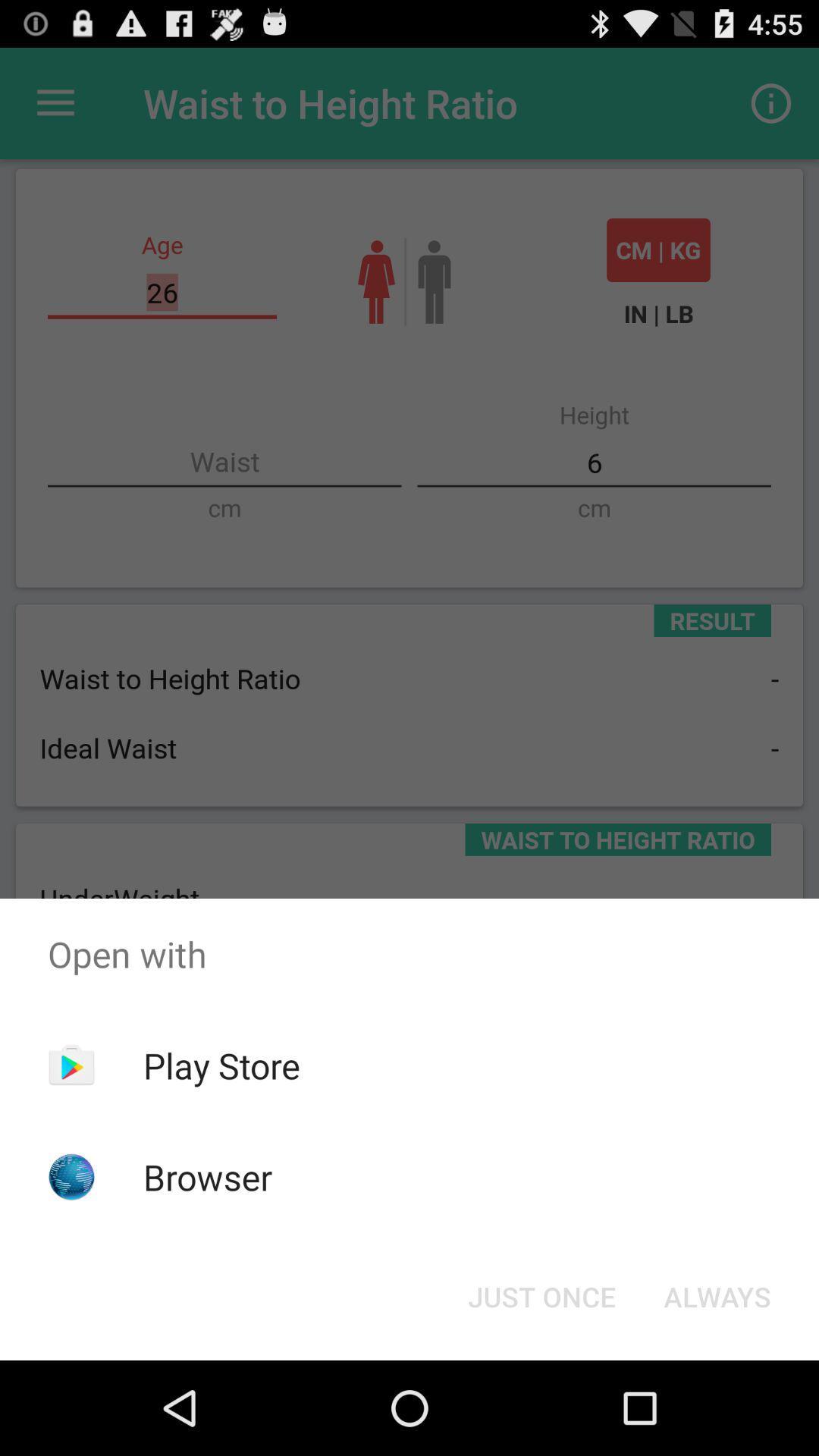  What do you see at coordinates (541, 1295) in the screenshot?
I see `item next to the always button` at bounding box center [541, 1295].